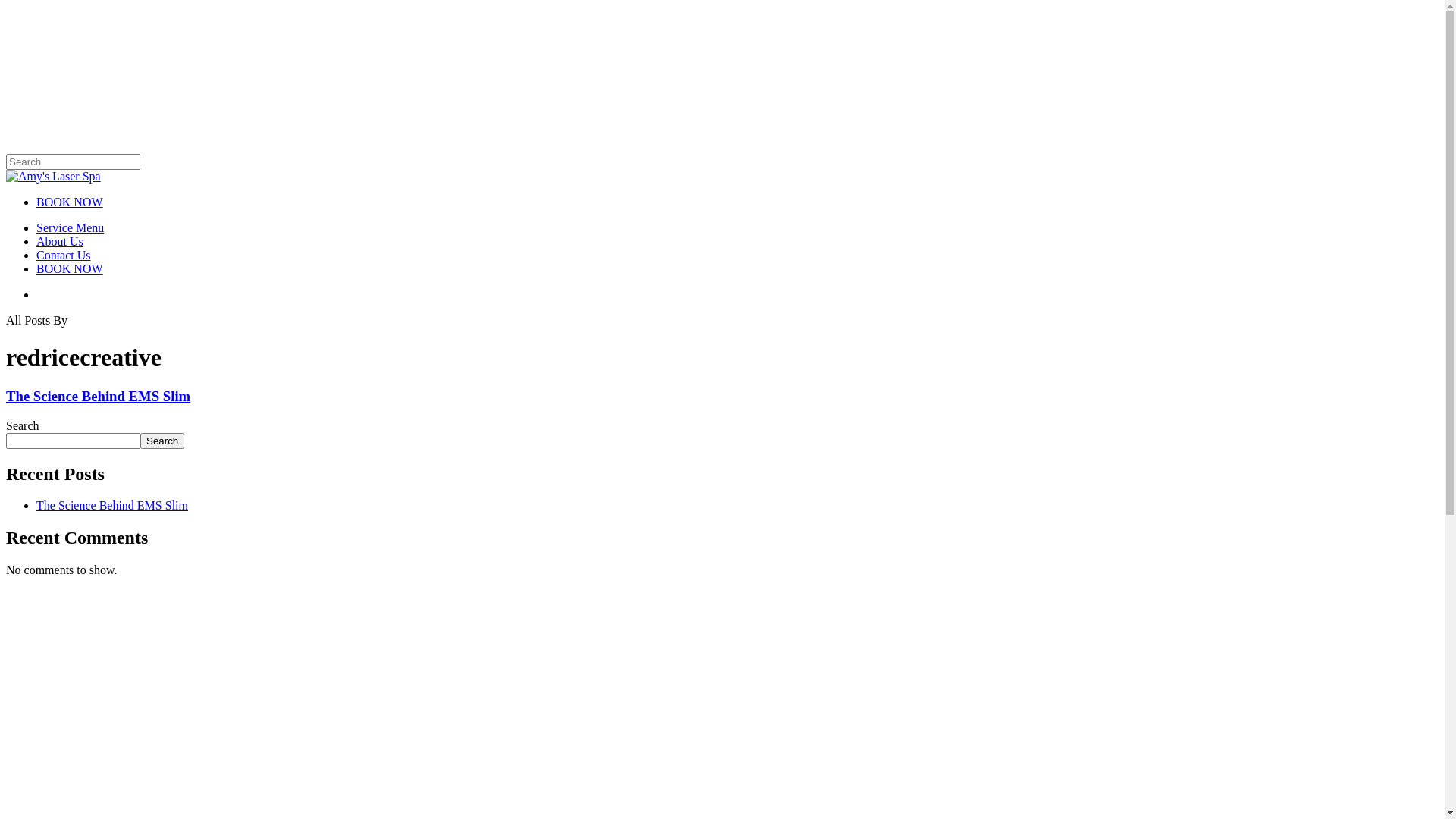 The width and height of the screenshot is (1456, 819). What do you see at coordinates (68, 268) in the screenshot?
I see `'BOOK NOW'` at bounding box center [68, 268].